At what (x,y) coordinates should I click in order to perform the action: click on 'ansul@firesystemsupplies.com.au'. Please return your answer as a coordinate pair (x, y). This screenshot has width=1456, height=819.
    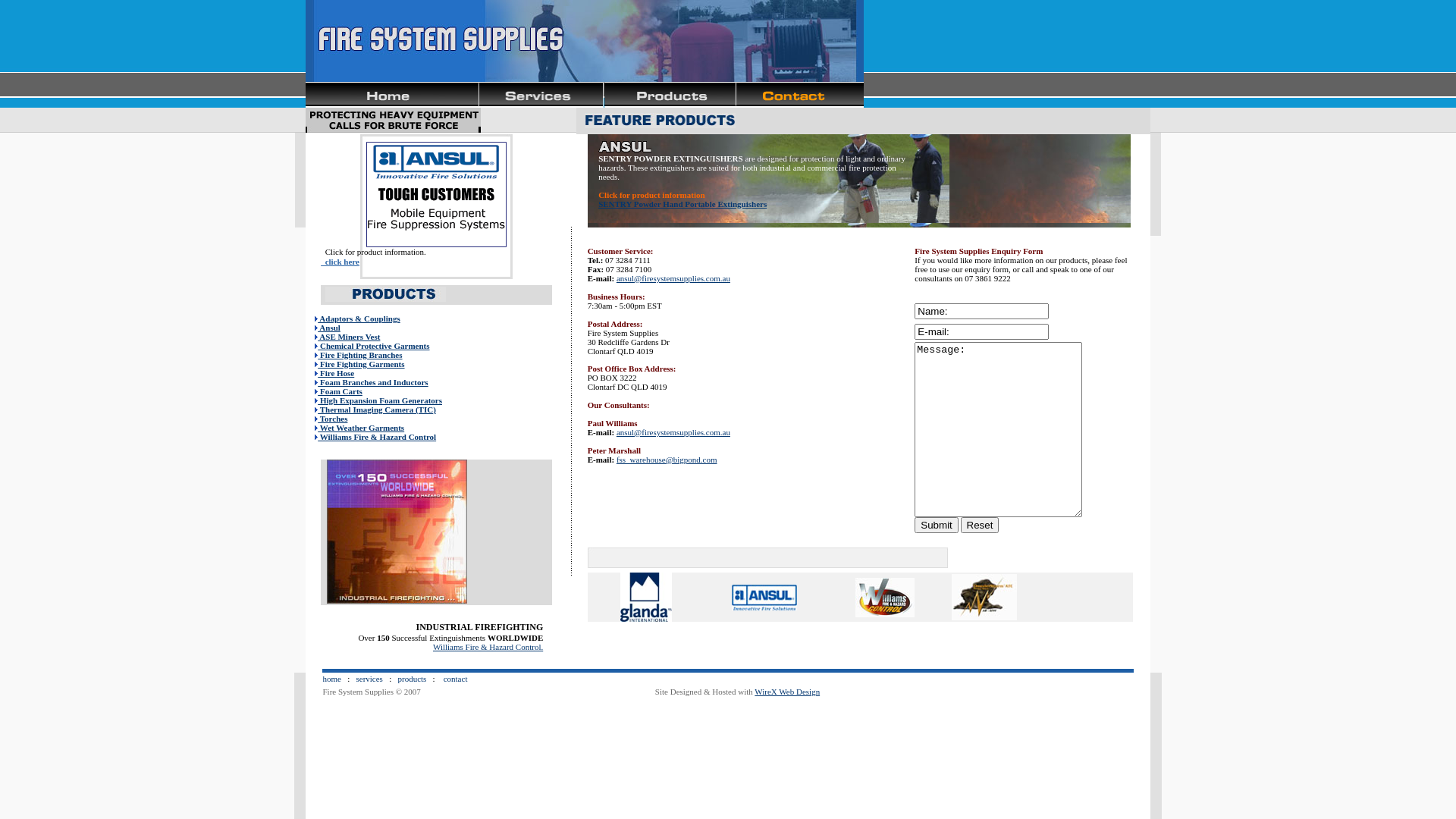
    Looking at the image, I should click on (673, 432).